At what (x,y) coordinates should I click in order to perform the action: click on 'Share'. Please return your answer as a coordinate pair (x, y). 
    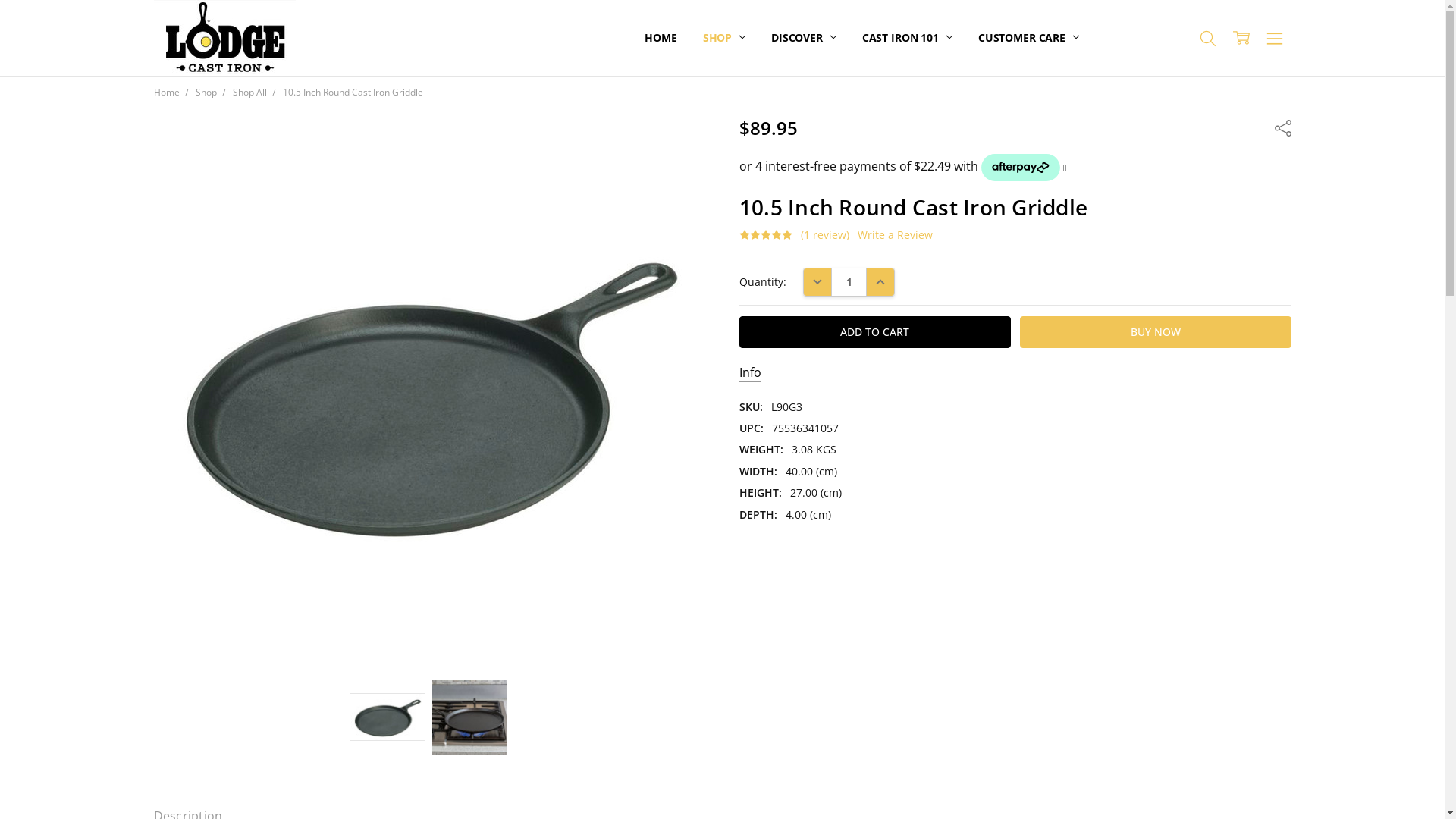
    Looking at the image, I should click on (1281, 126).